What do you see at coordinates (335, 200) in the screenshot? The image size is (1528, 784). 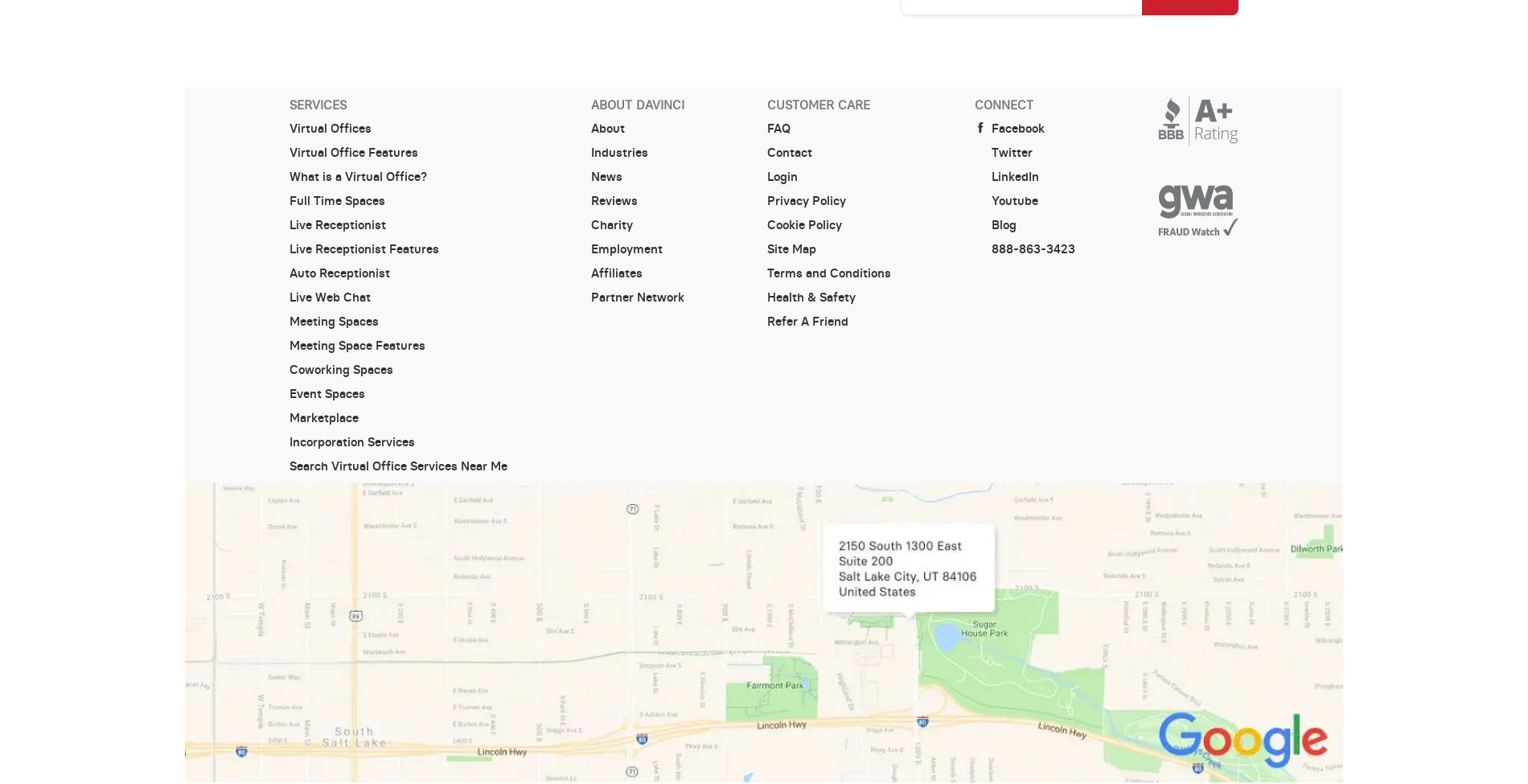 I see `'Full Time Spaces'` at bounding box center [335, 200].